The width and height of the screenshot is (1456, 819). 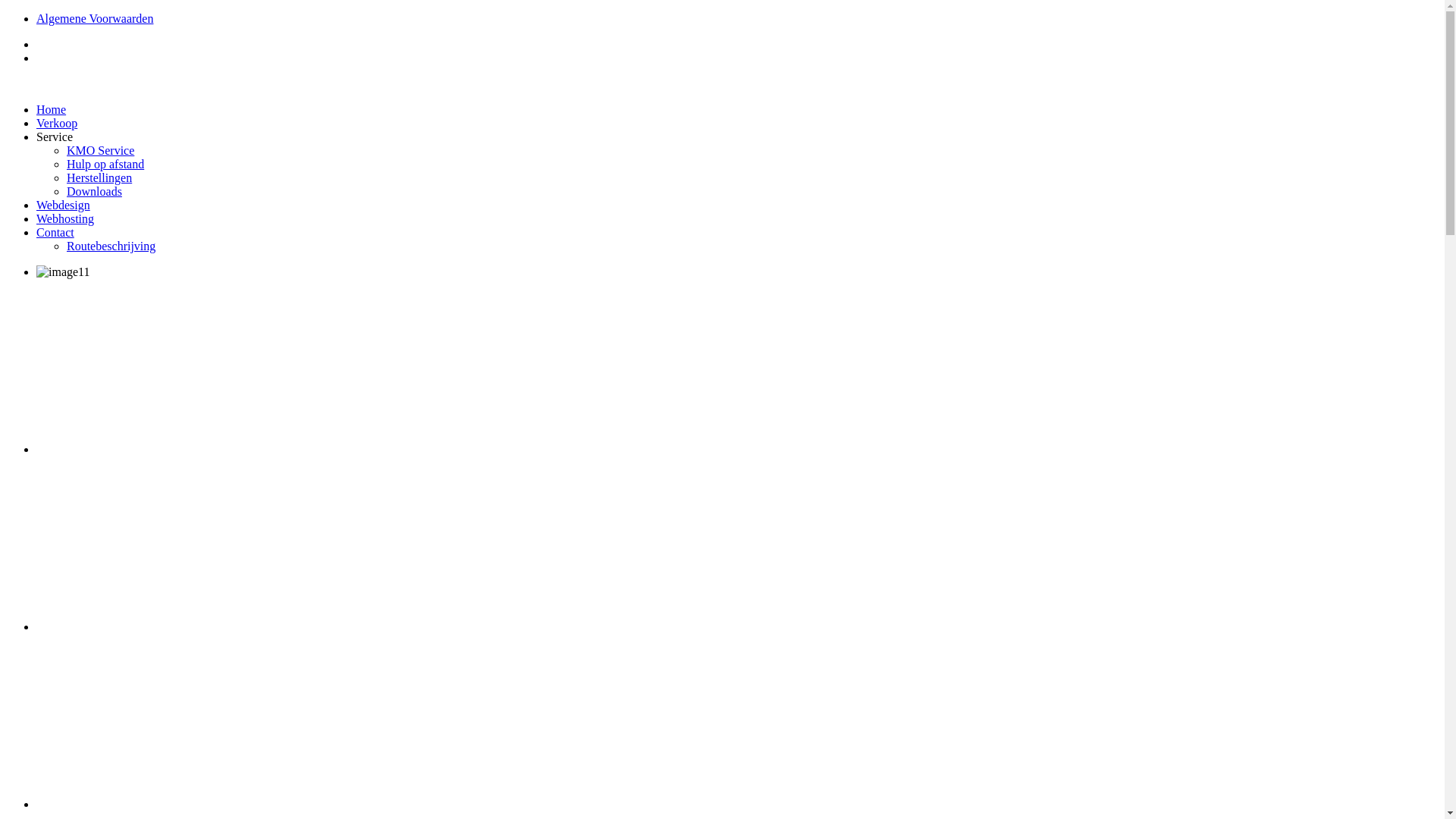 What do you see at coordinates (110, 245) in the screenshot?
I see `'Routebeschrijving'` at bounding box center [110, 245].